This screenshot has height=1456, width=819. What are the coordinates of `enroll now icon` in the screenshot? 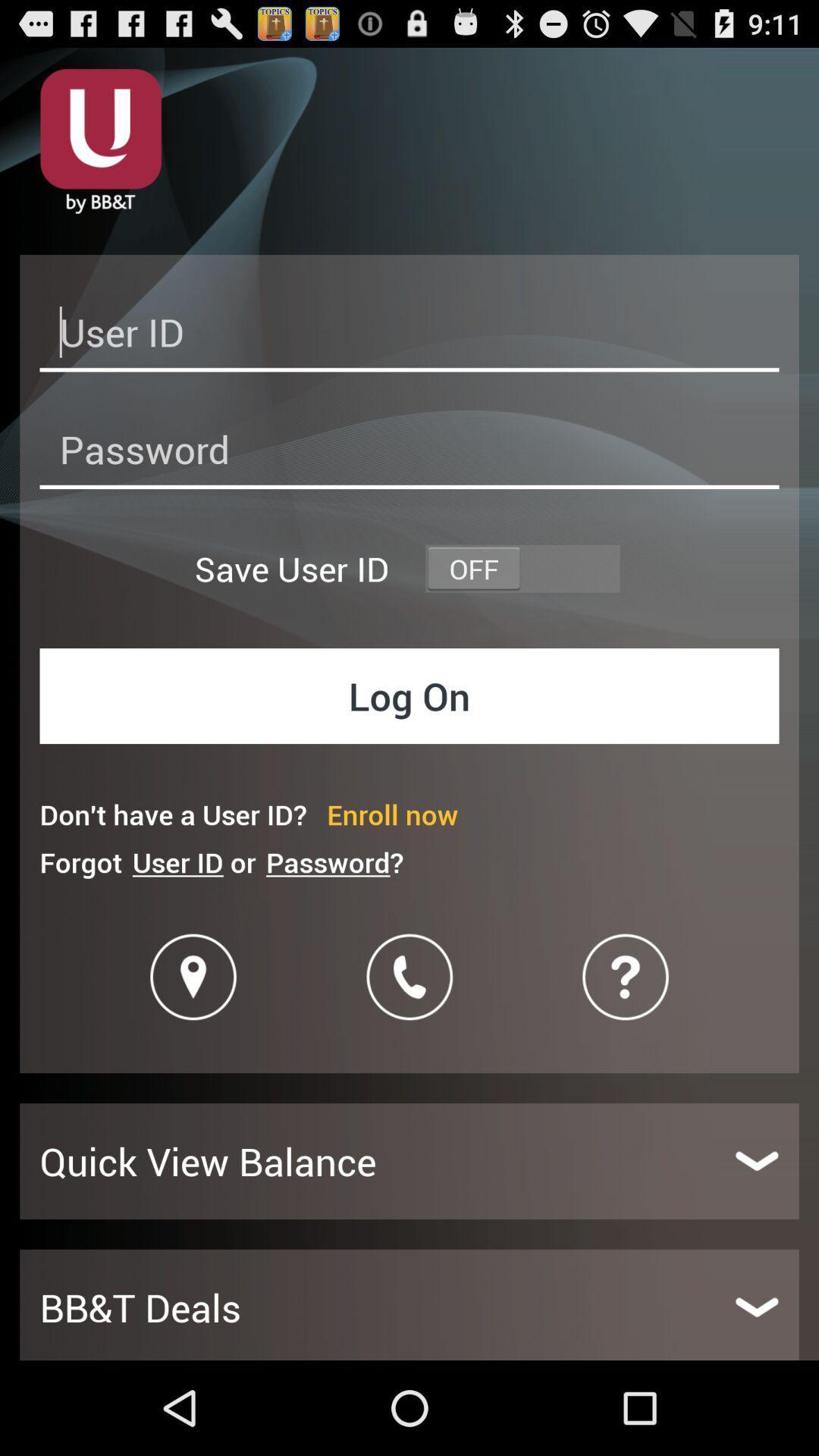 It's located at (391, 814).